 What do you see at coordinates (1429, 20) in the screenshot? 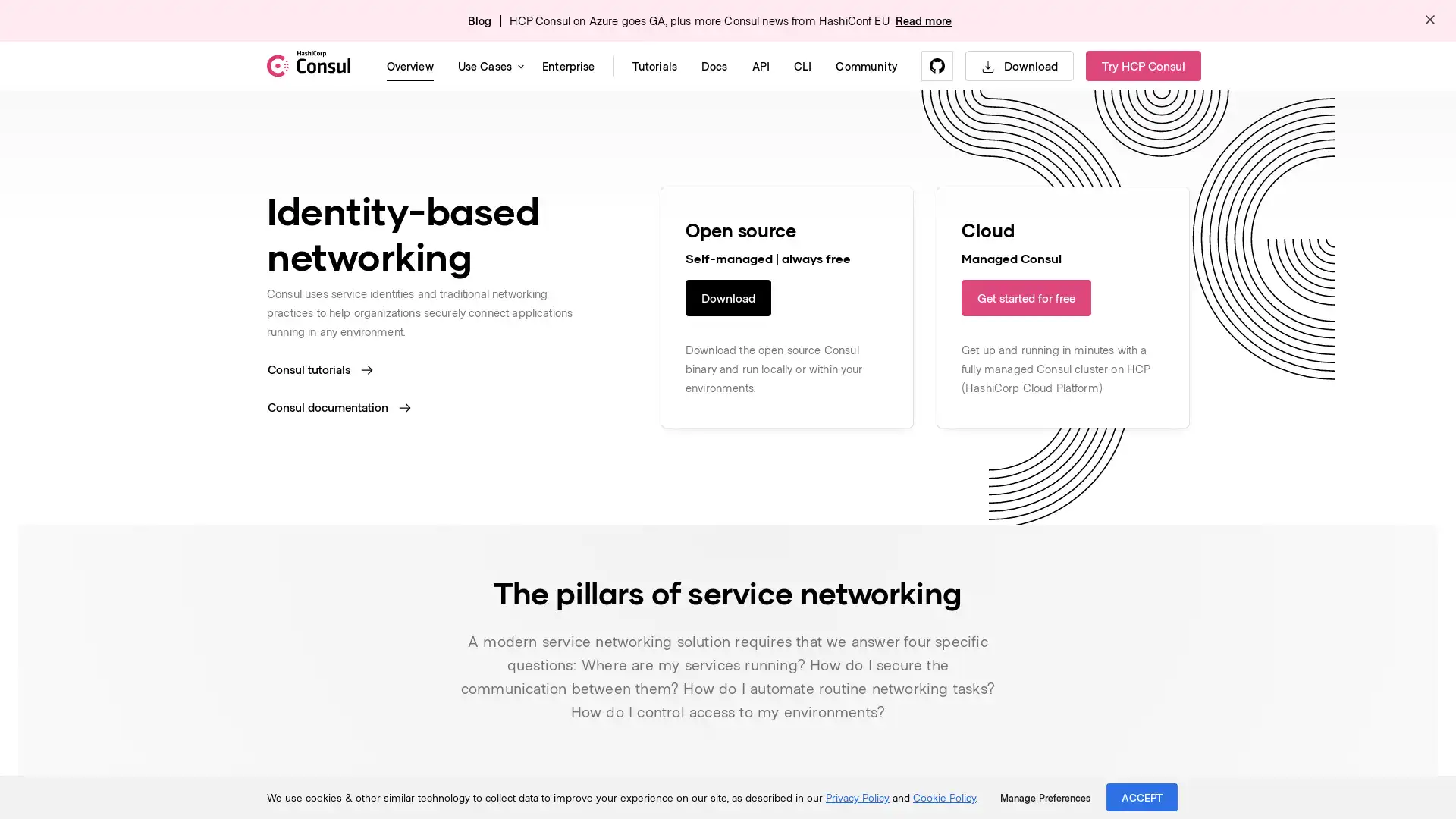
I see `Dismiss alert` at bounding box center [1429, 20].